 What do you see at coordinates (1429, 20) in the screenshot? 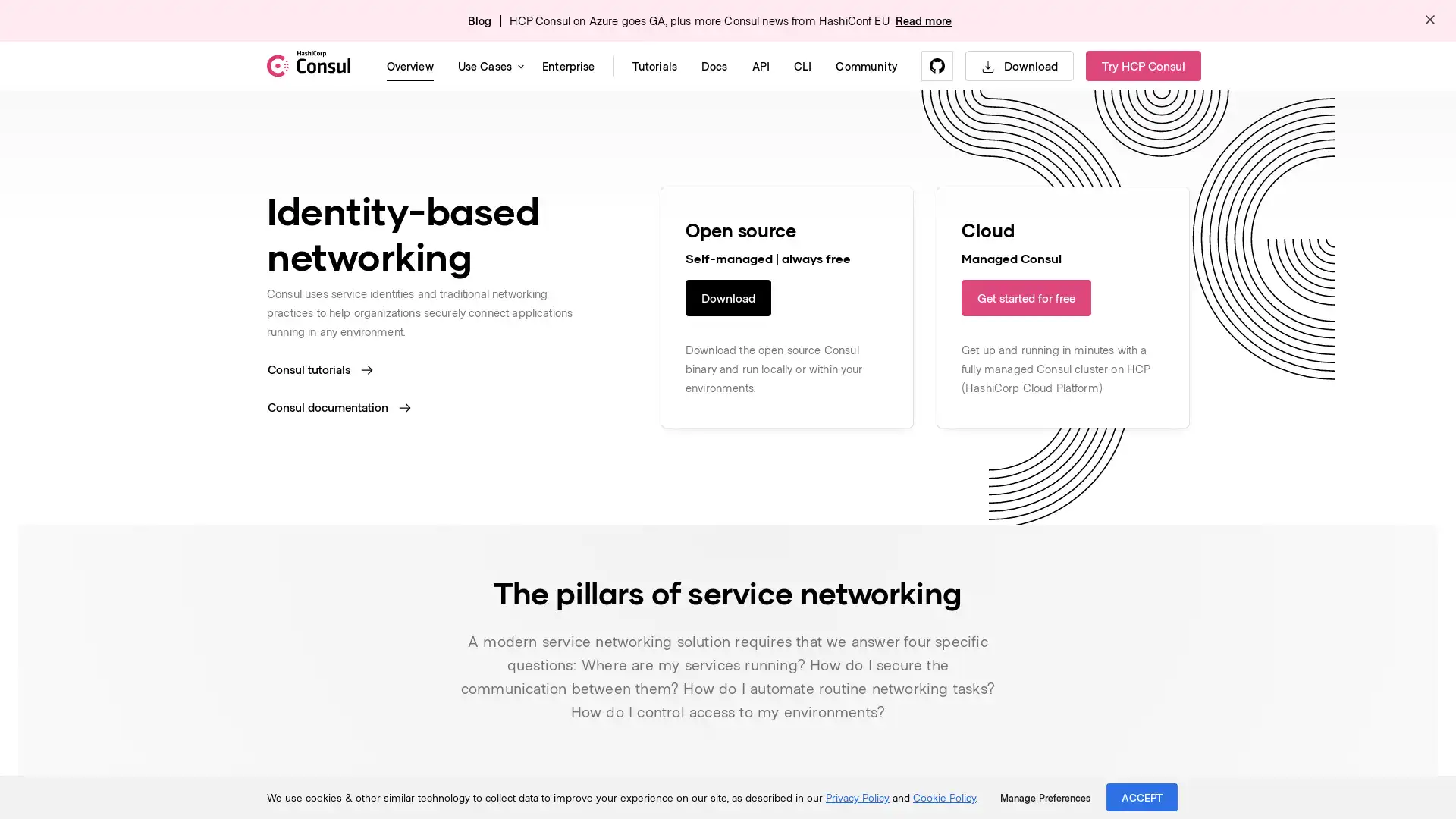
I see `Dismiss alert` at bounding box center [1429, 20].